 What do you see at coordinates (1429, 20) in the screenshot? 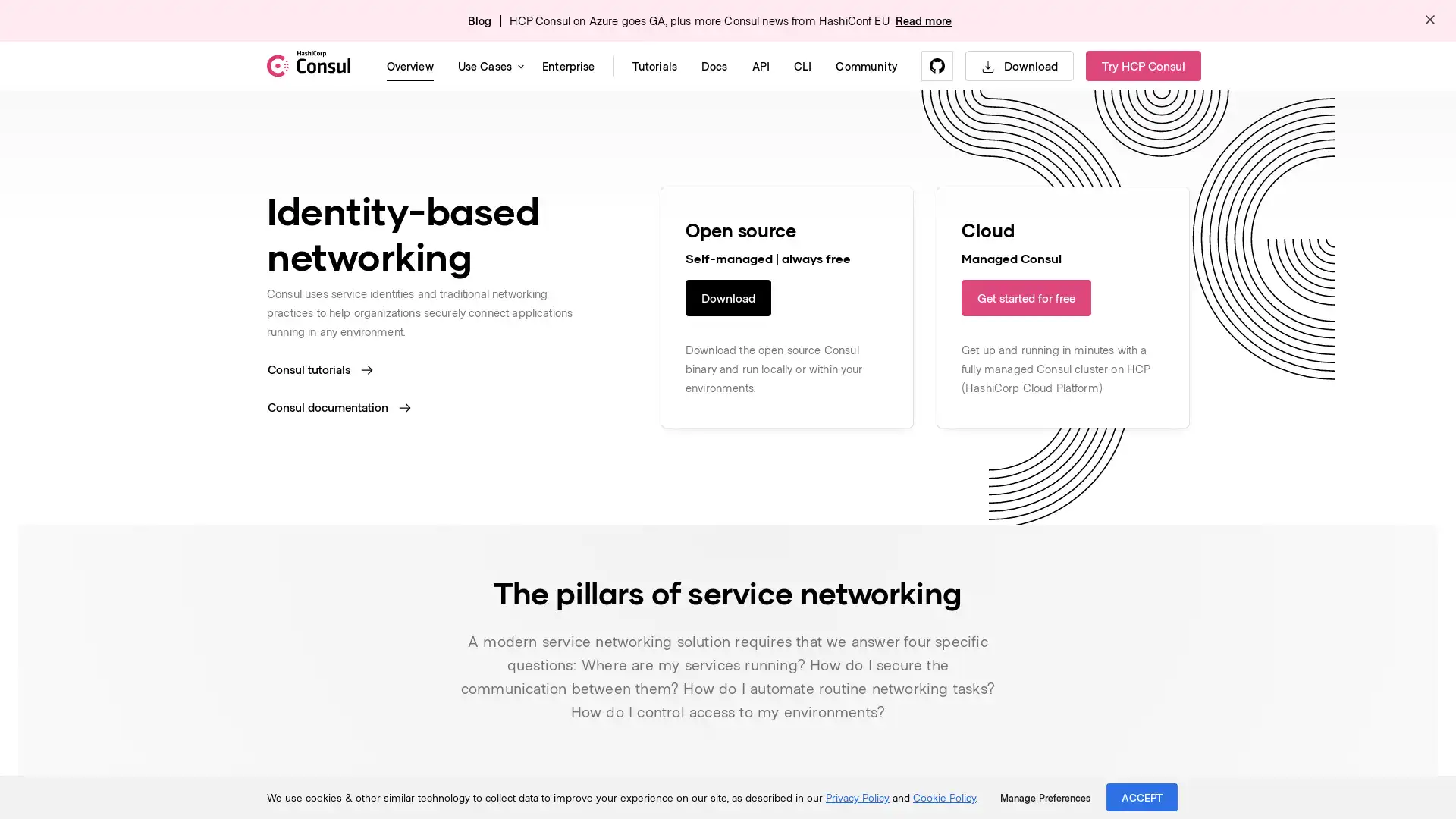
I see `Dismiss alert` at bounding box center [1429, 20].